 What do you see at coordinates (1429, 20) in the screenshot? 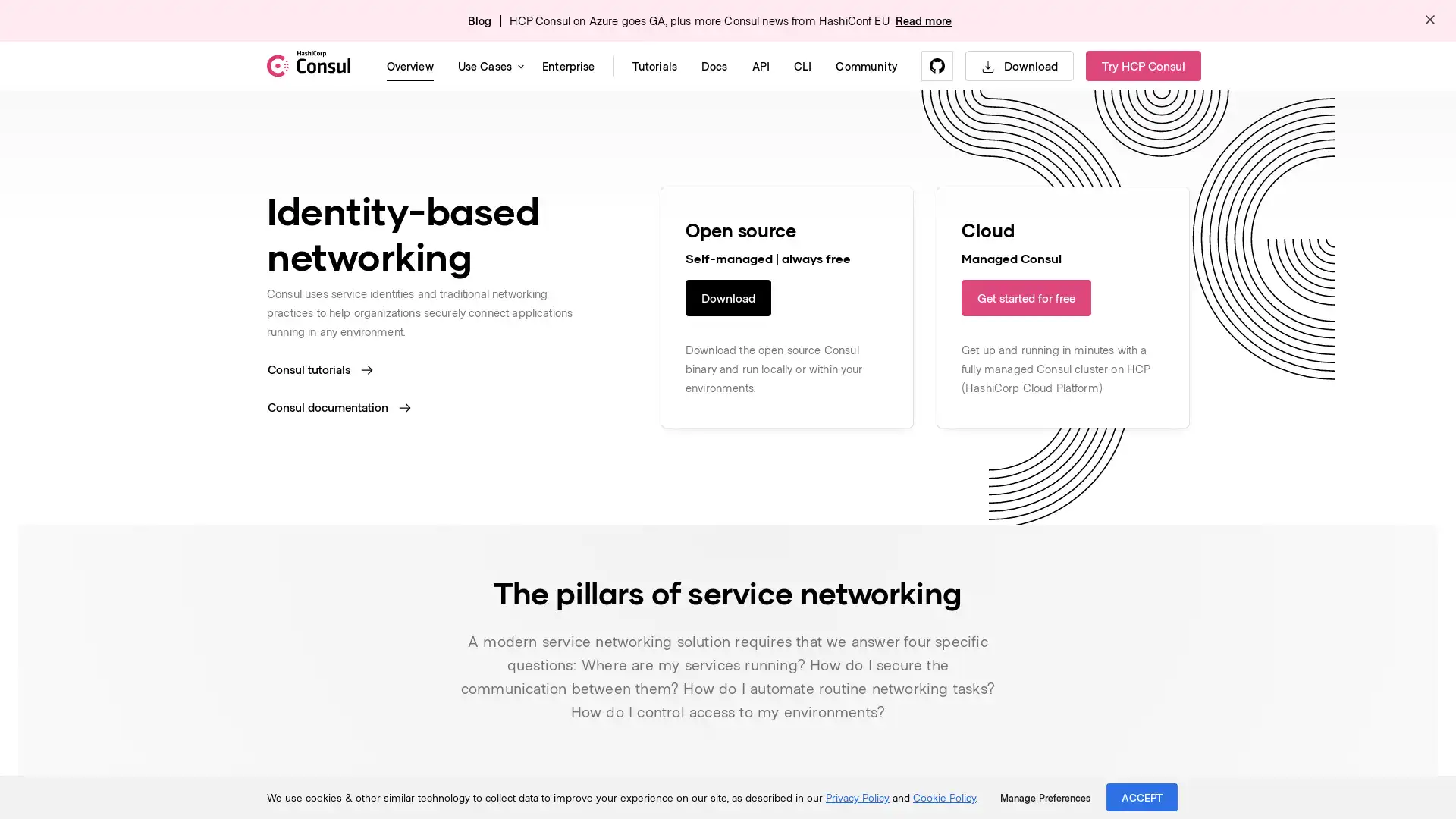
I see `Dismiss alert` at bounding box center [1429, 20].